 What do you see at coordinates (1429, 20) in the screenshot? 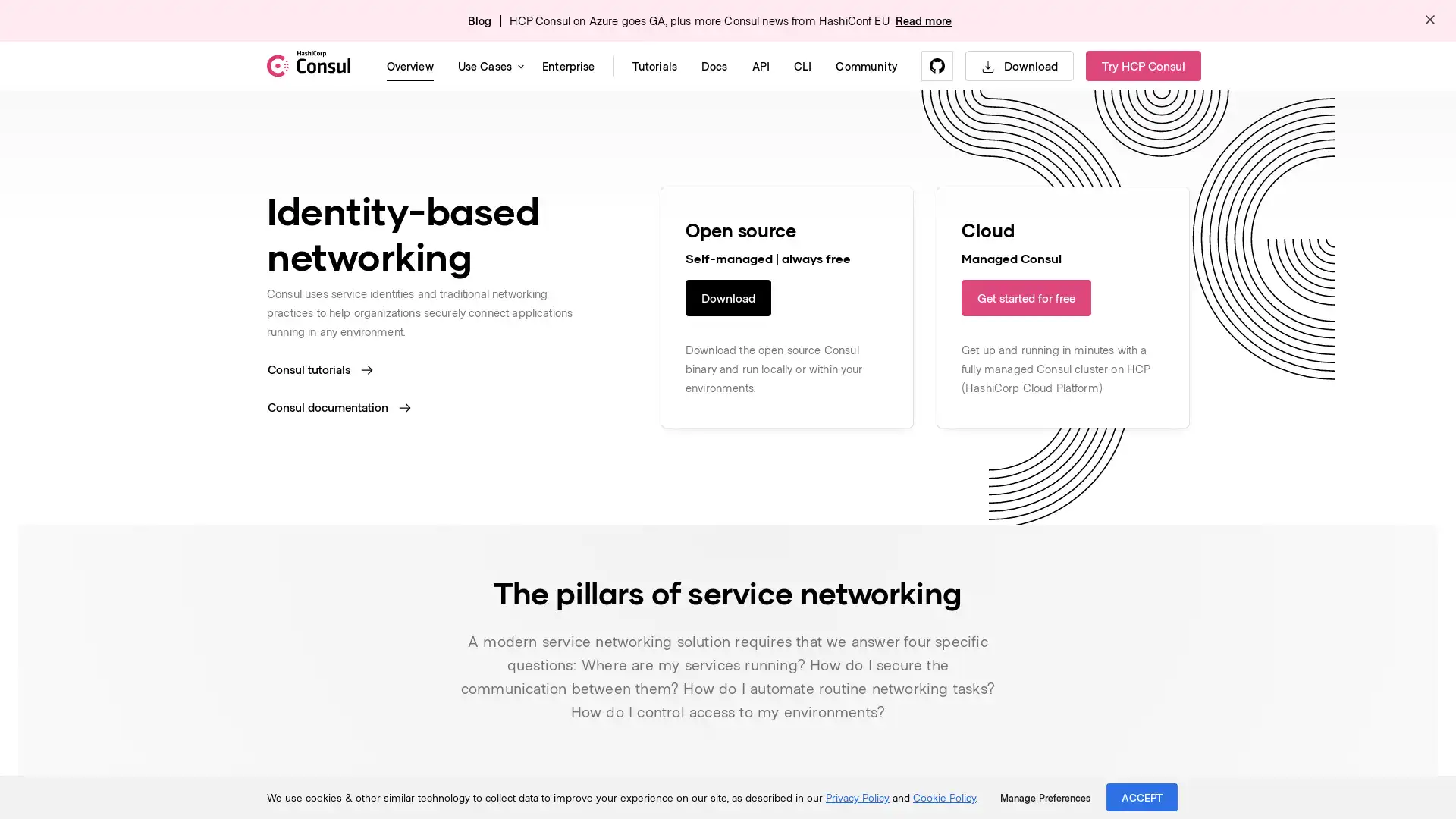
I see `Dismiss alert` at bounding box center [1429, 20].